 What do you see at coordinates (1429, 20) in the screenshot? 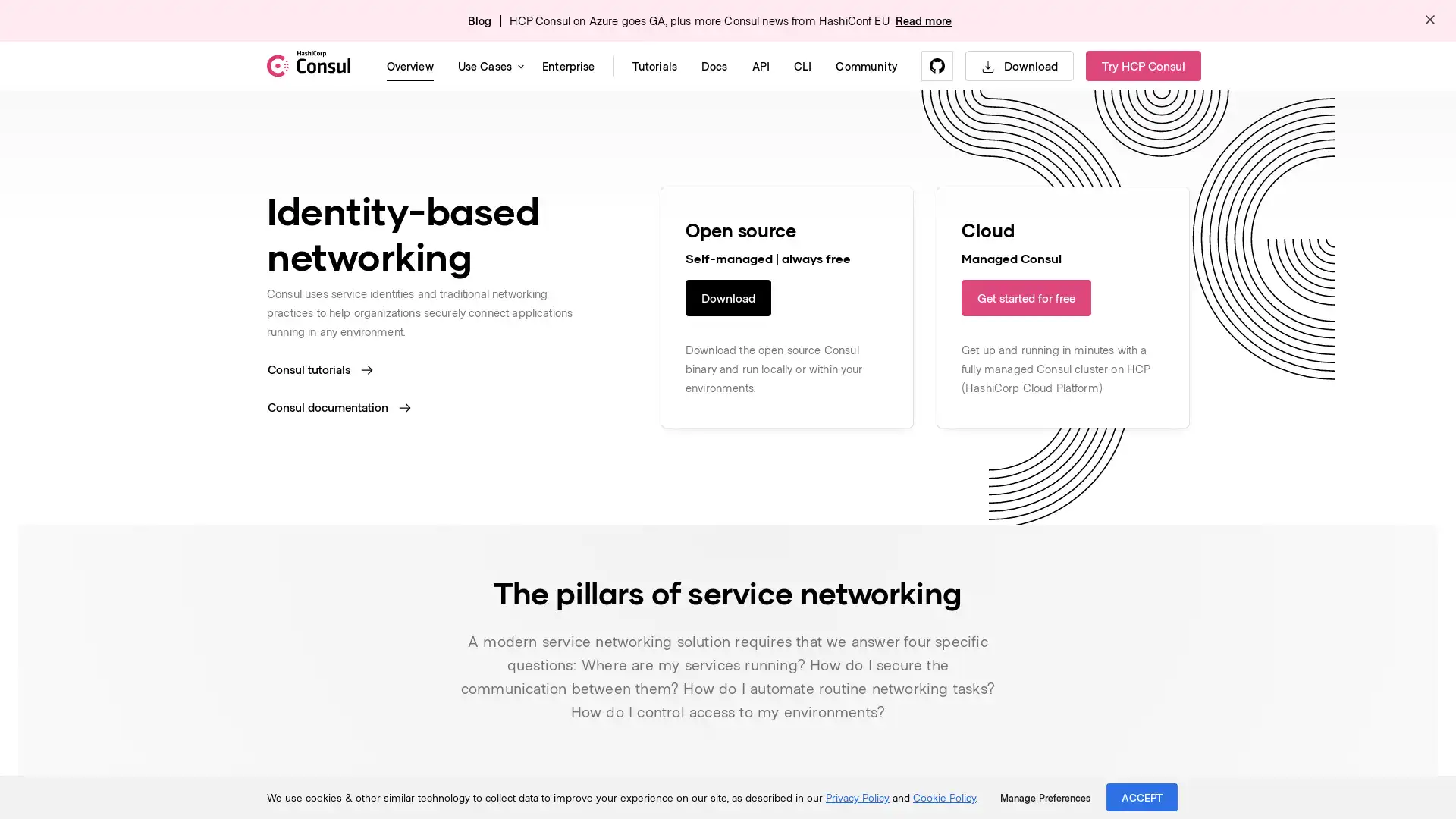
I see `Dismiss alert` at bounding box center [1429, 20].